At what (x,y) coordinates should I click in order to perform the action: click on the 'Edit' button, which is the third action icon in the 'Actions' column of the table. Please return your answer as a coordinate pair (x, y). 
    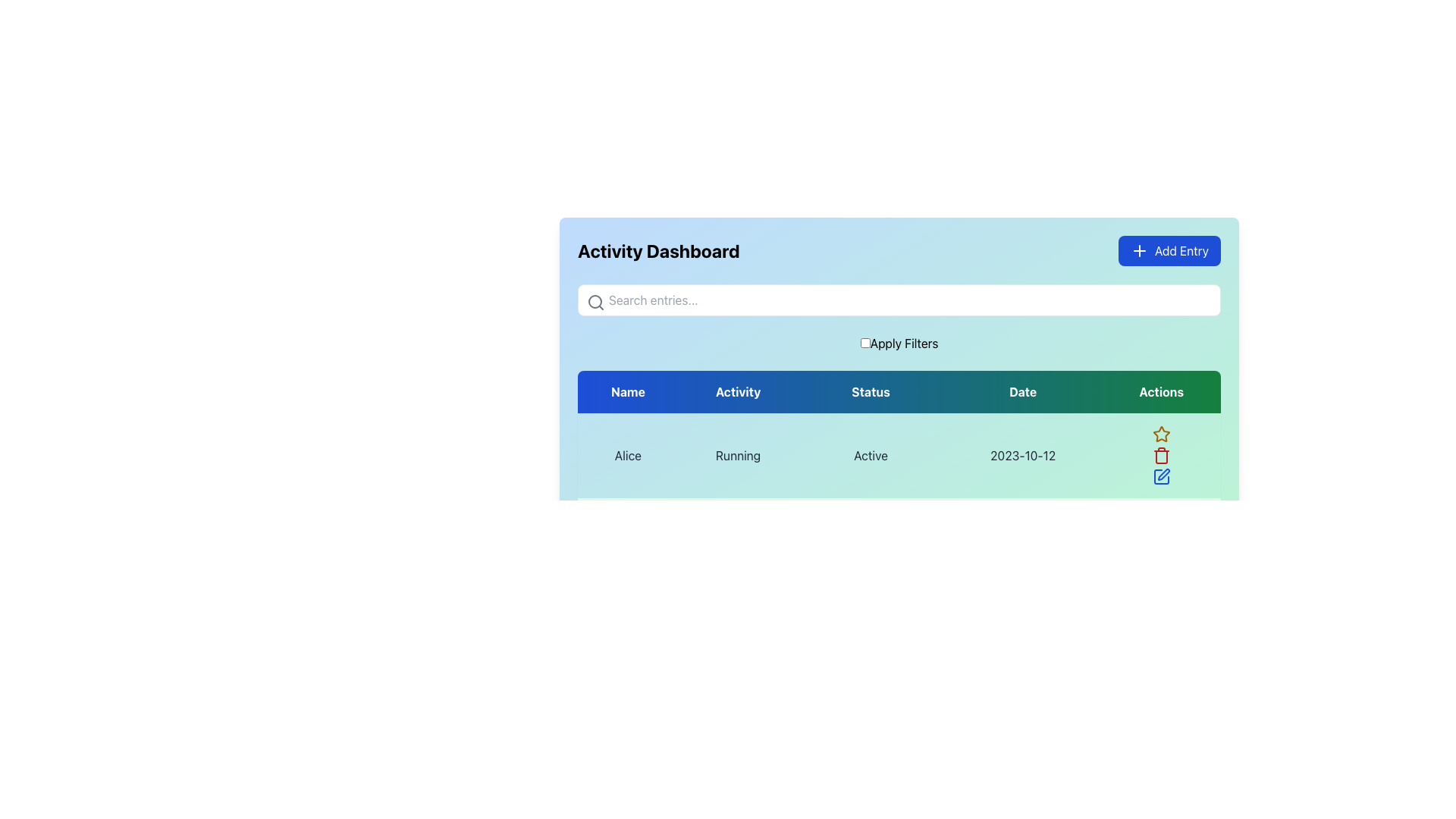
    Looking at the image, I should click on (1160, 475).